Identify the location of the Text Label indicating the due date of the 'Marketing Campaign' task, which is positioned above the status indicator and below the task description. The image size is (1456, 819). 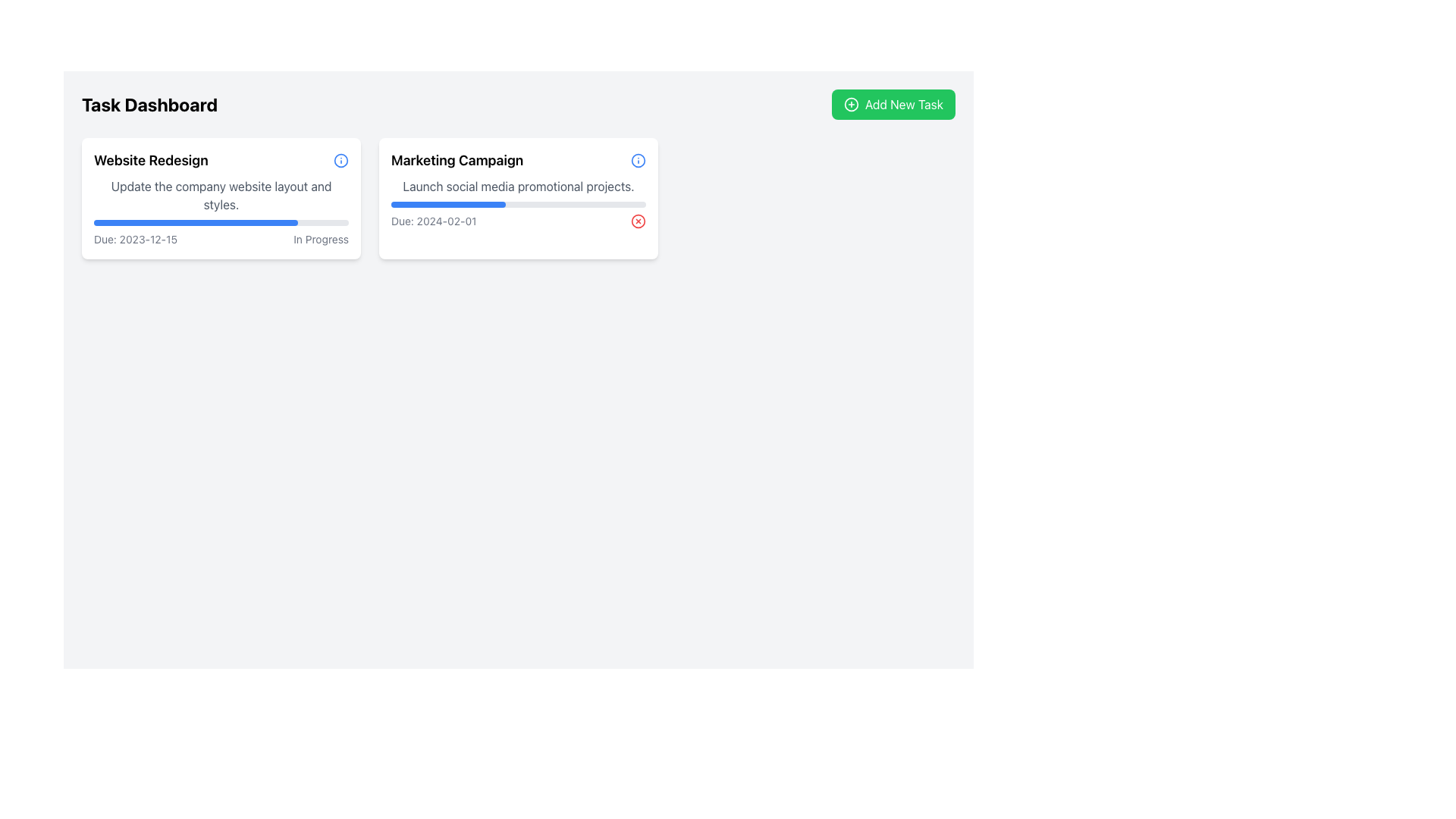
(433, 221).